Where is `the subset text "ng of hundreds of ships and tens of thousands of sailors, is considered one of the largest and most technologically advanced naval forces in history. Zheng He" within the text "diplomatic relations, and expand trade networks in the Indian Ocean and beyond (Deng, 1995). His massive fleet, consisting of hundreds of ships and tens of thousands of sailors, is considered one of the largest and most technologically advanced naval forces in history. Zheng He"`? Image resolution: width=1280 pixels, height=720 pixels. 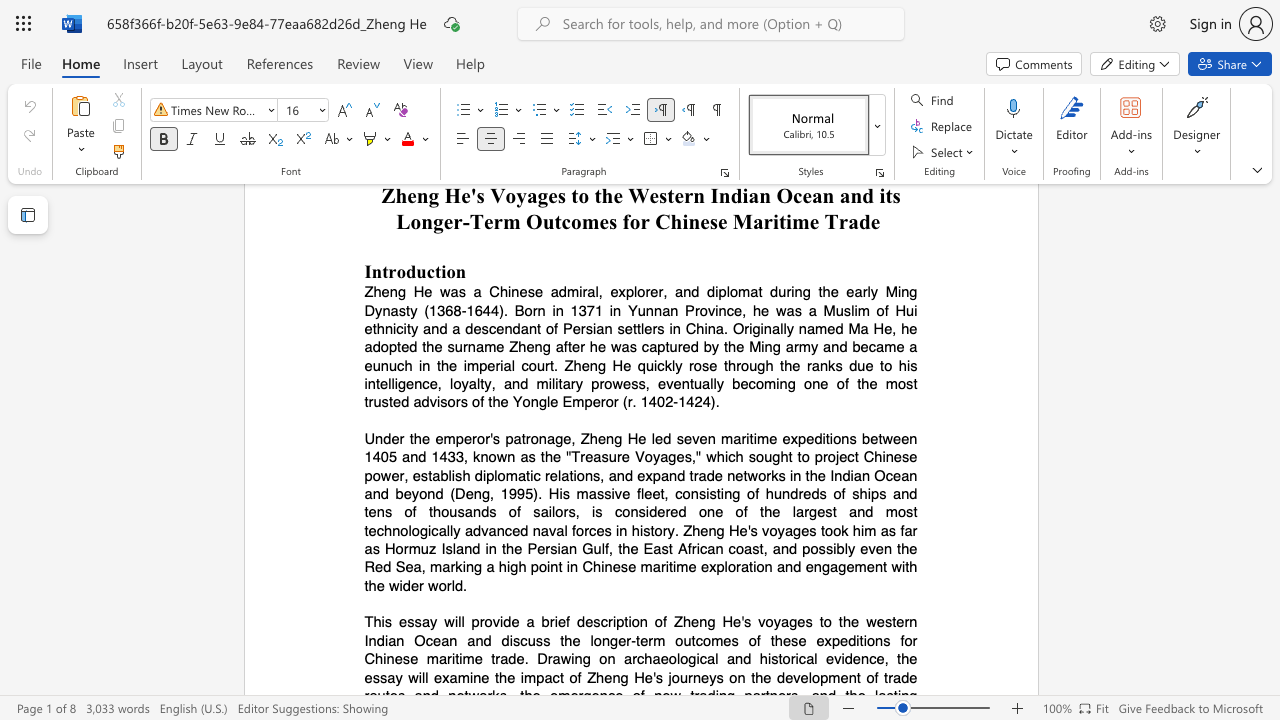 the subset text "ng of hundreds of ships and tens of thousands of sailors, is considered one of the largest and most technologically advanced naval forces in history. Zheng He" within the text "diplomatic relations, and expand trade networks in the Indian Ocean and beyond (Deng, 1995). His massive fleet, consisting of hundreds of ships and tens of thousands of sailors, is considered one of the largest and most technologically advanced naval forces in history. Zheng He" is located at coordinates (723, 494).